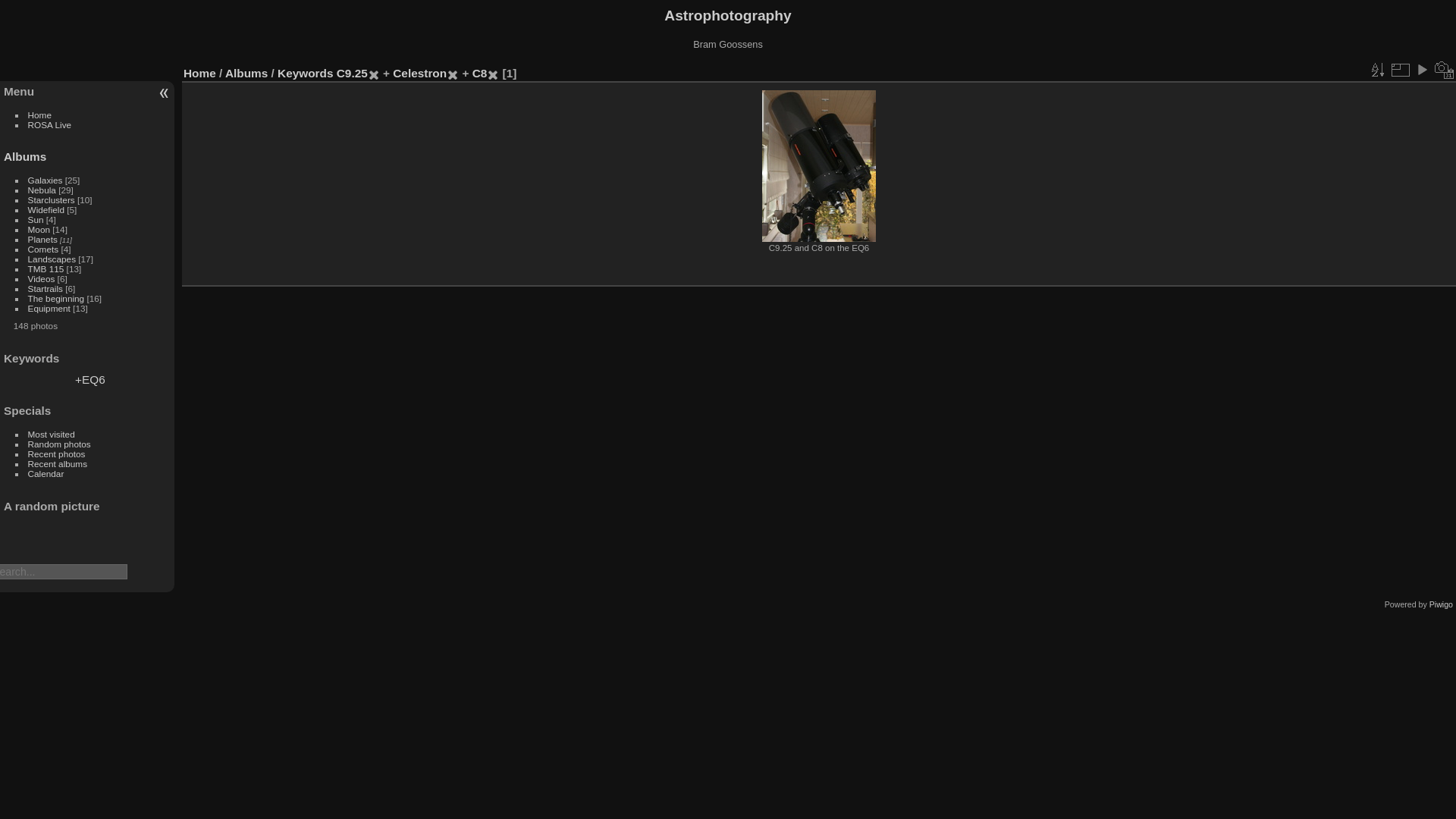 Image resolution: width=1456 pixels, height=819 pixels. I want to click on 'Startrails', so click(45, 288).